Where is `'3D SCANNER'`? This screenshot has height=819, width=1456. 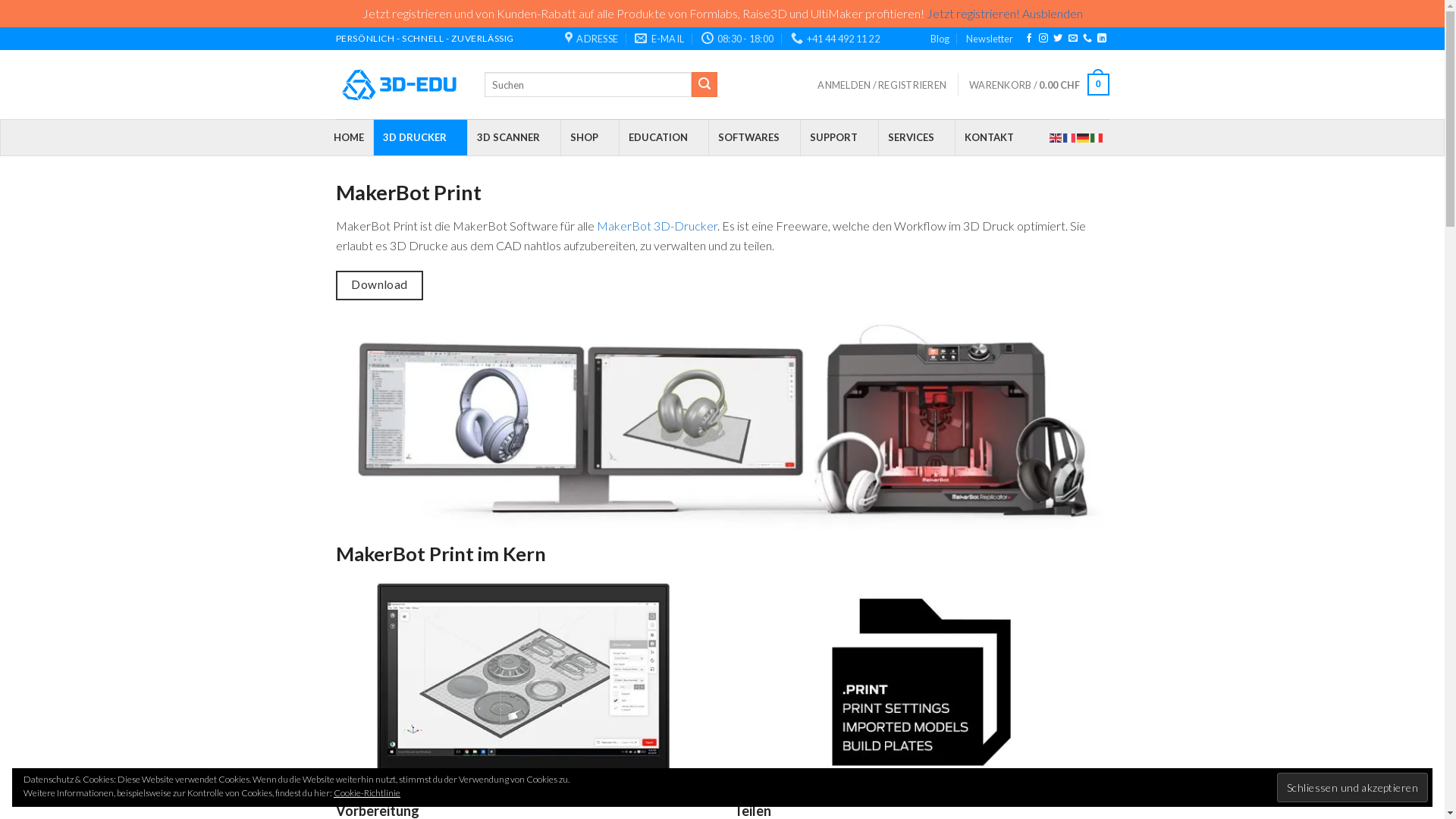
'3D SCANNER' is located at coordinates (513, 137).